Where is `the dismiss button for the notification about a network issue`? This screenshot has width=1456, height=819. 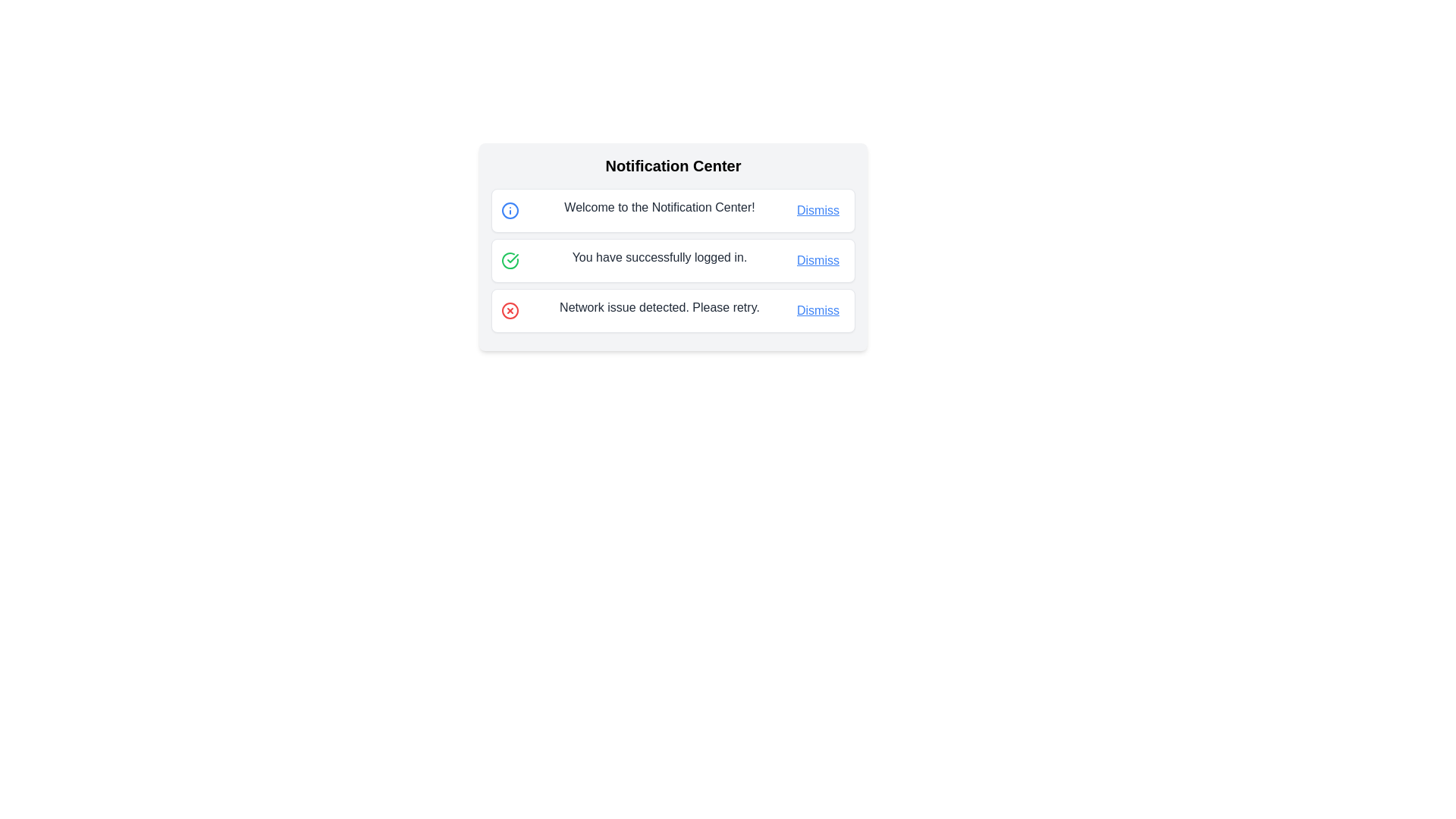 the dismiss button for the notification about a network issue is located at coordinates (817, 309).